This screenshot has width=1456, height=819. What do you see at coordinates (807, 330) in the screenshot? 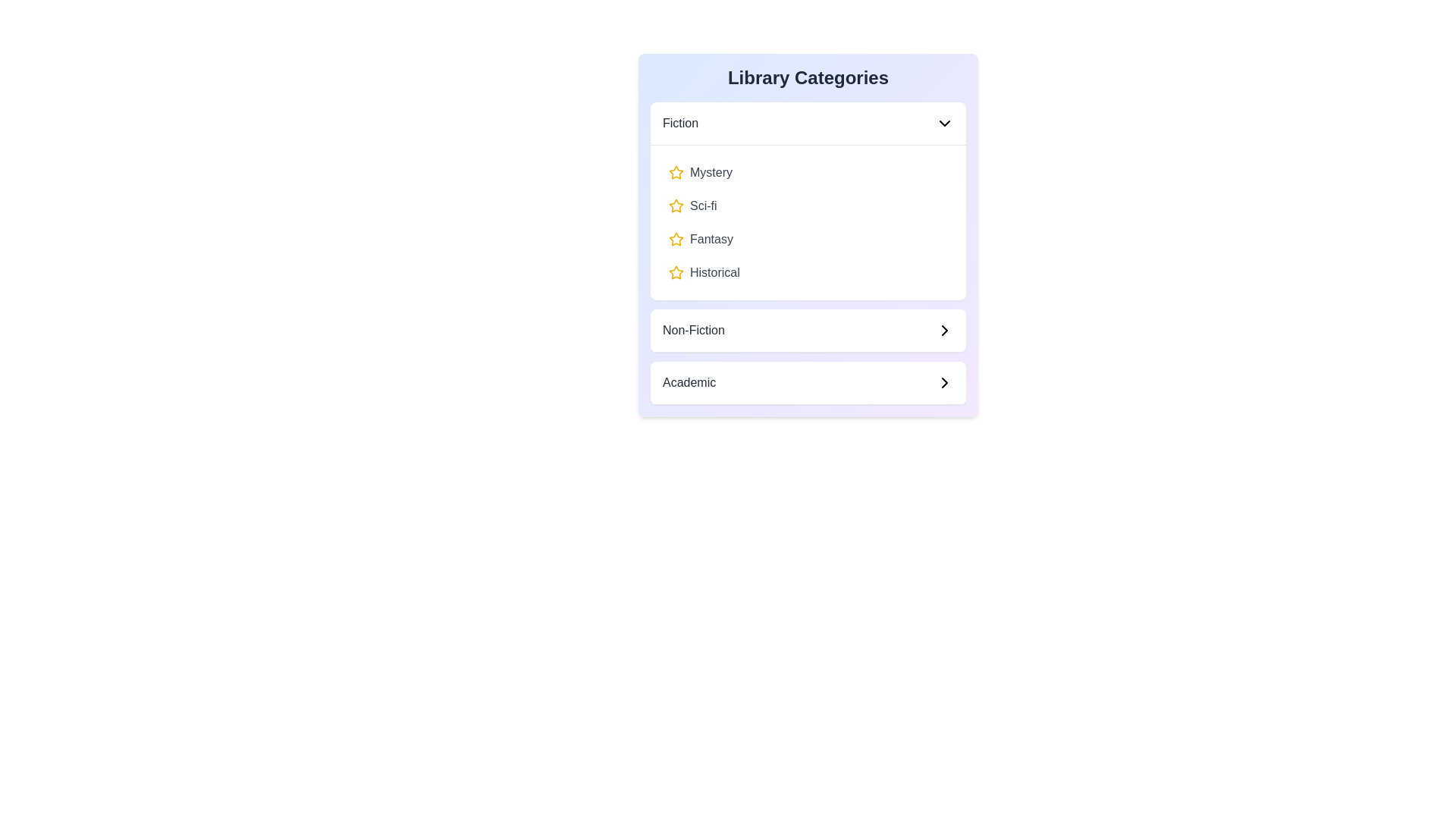
I see `the header of the category Non-Fiction to expand or collapse it` at bounding box center [807, 330].